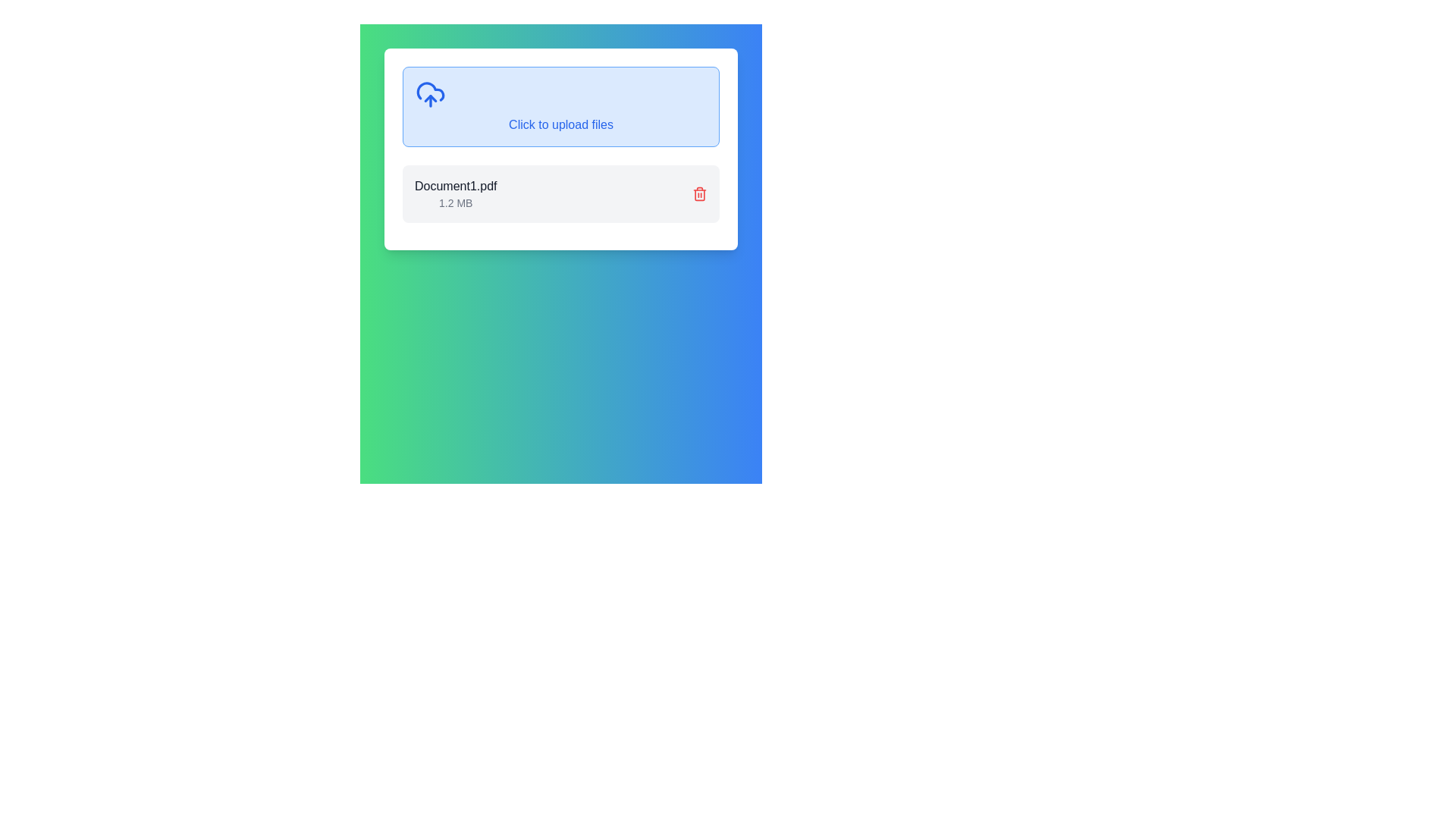 The image size is (1456, 819). Describe the element at coordinates (429, 94) in the screenshot. I see `the SVG icon in the upper left corner of the upload area, which indicates the functionality of uploading files` at that location.